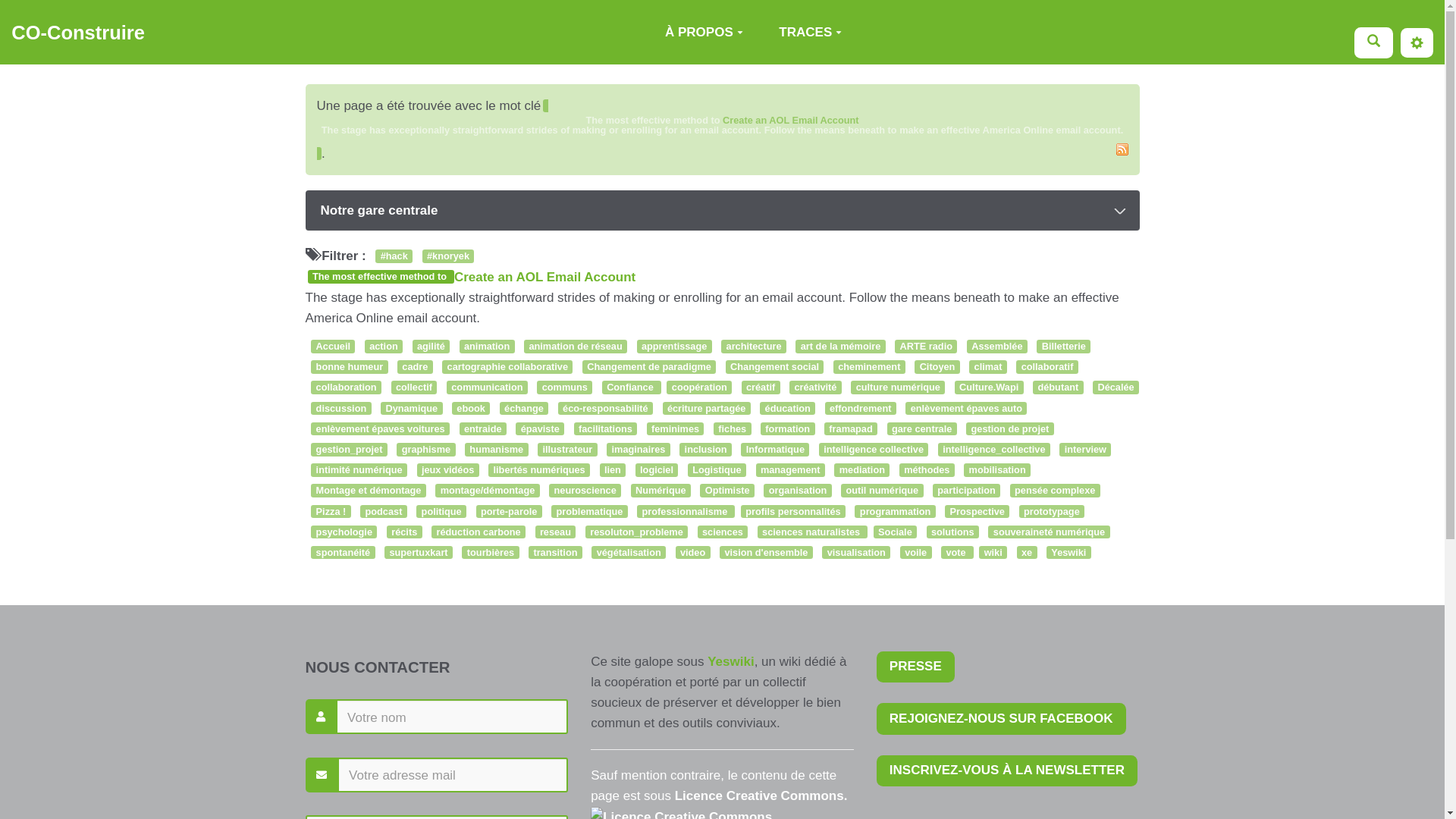 This screenshot has height=819, width=1456. What do you see at coordinates (685, 512) in the screenshot?
I see `'professionnalisme'` at bounding box center [685, 512].